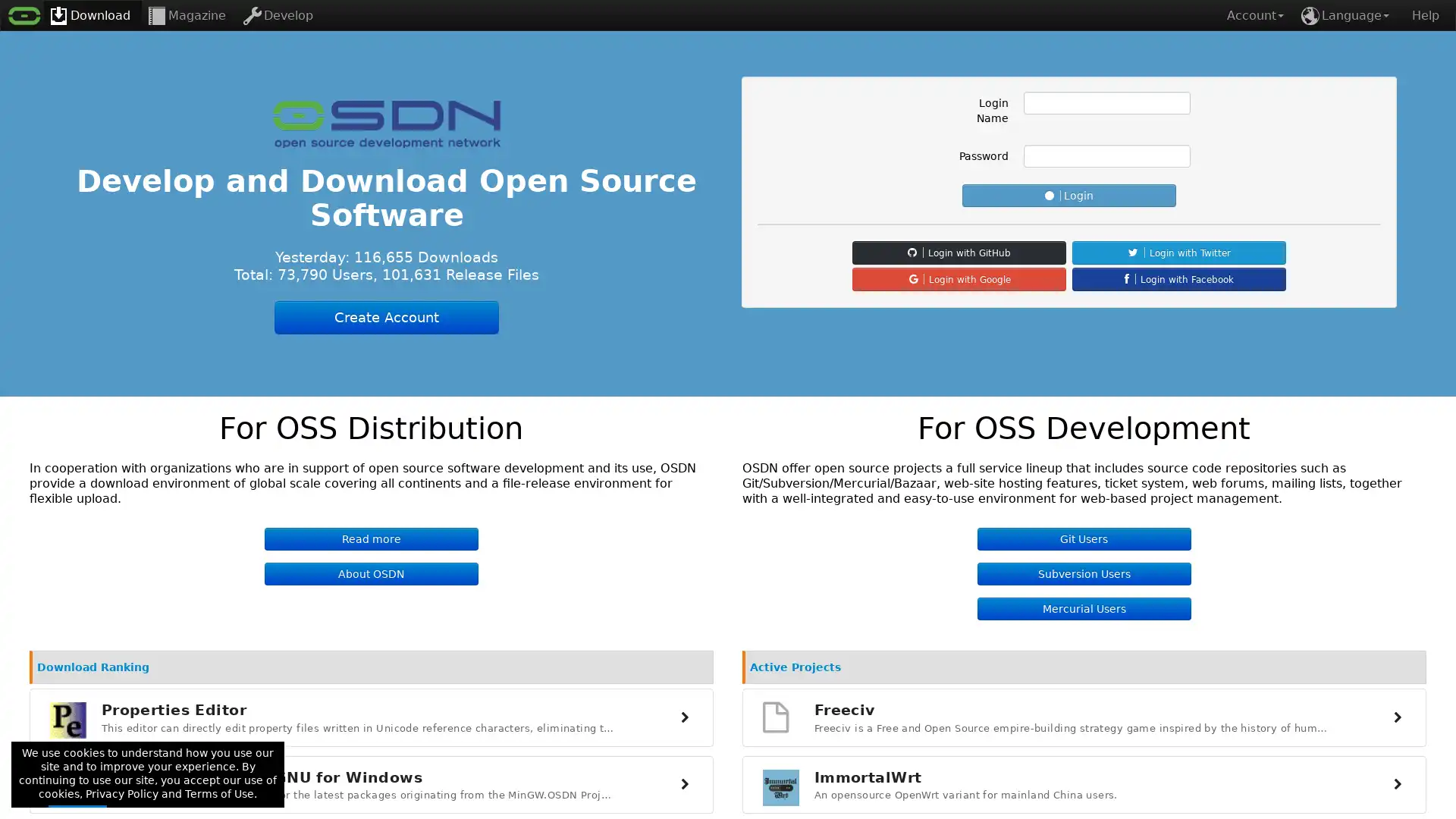  Describe the element at coordinates (1068, 195) in the screenshot. I see `Login` at that location.